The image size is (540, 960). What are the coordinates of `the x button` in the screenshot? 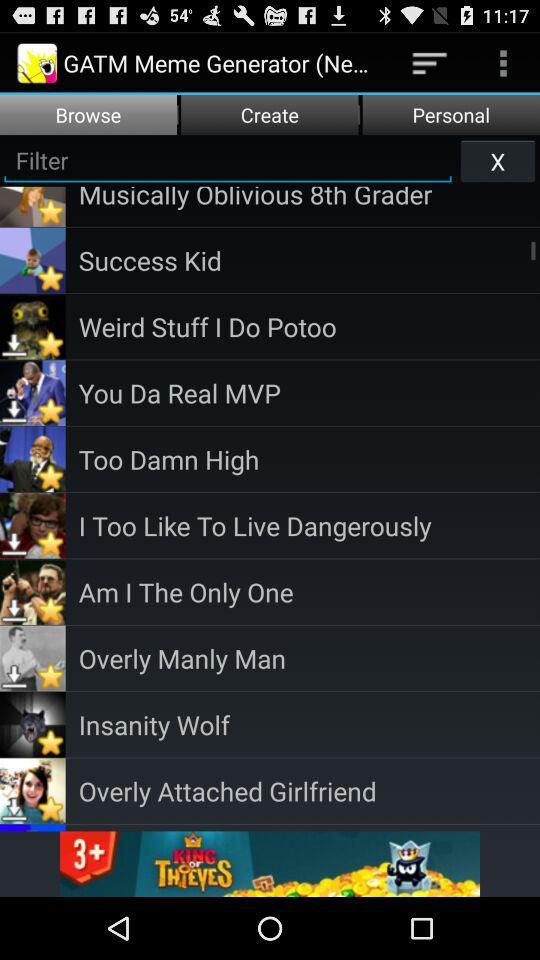 It's located at (496, 159).